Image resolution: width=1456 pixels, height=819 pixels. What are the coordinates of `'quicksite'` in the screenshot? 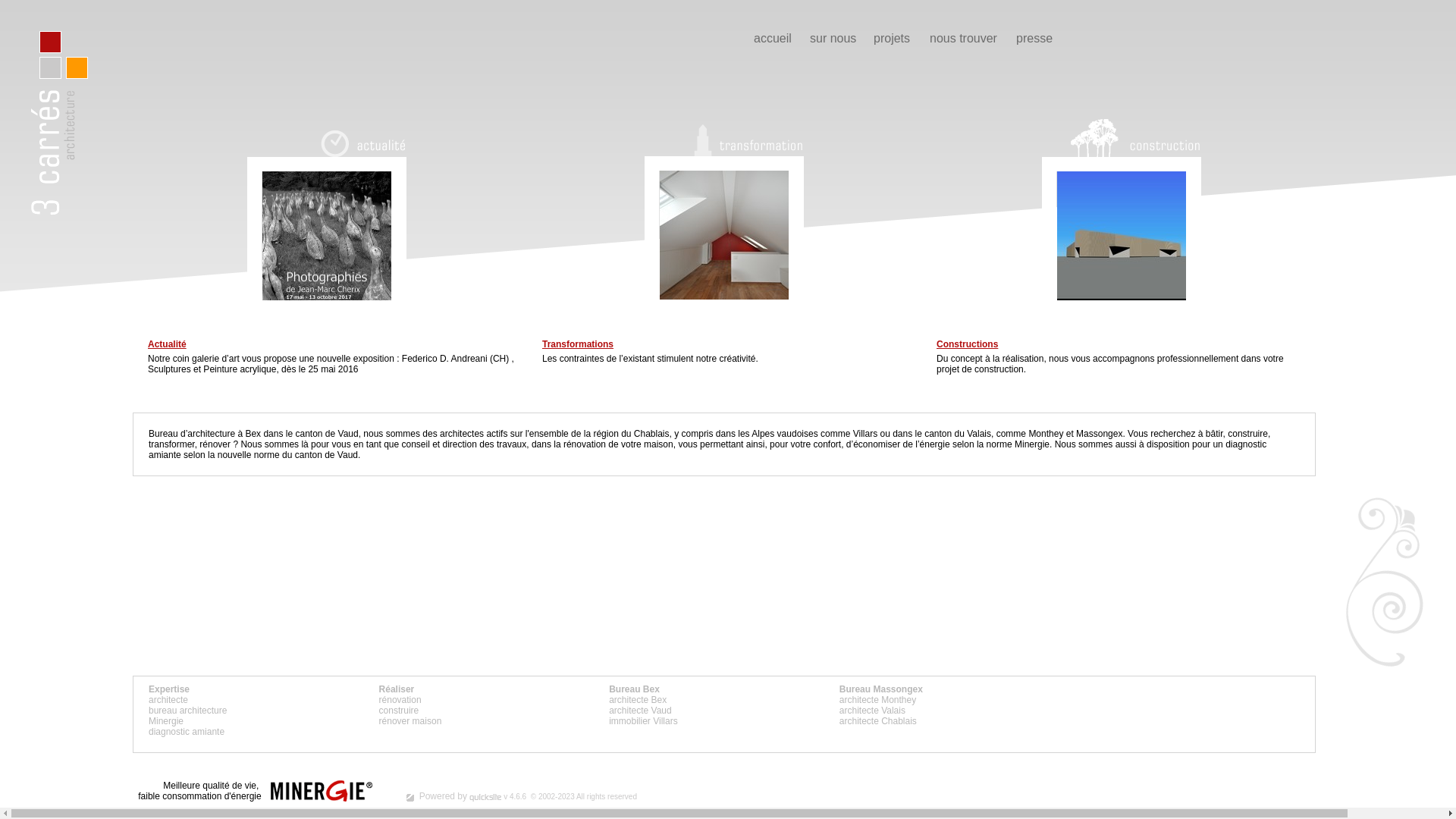 It's located at (484, 797).